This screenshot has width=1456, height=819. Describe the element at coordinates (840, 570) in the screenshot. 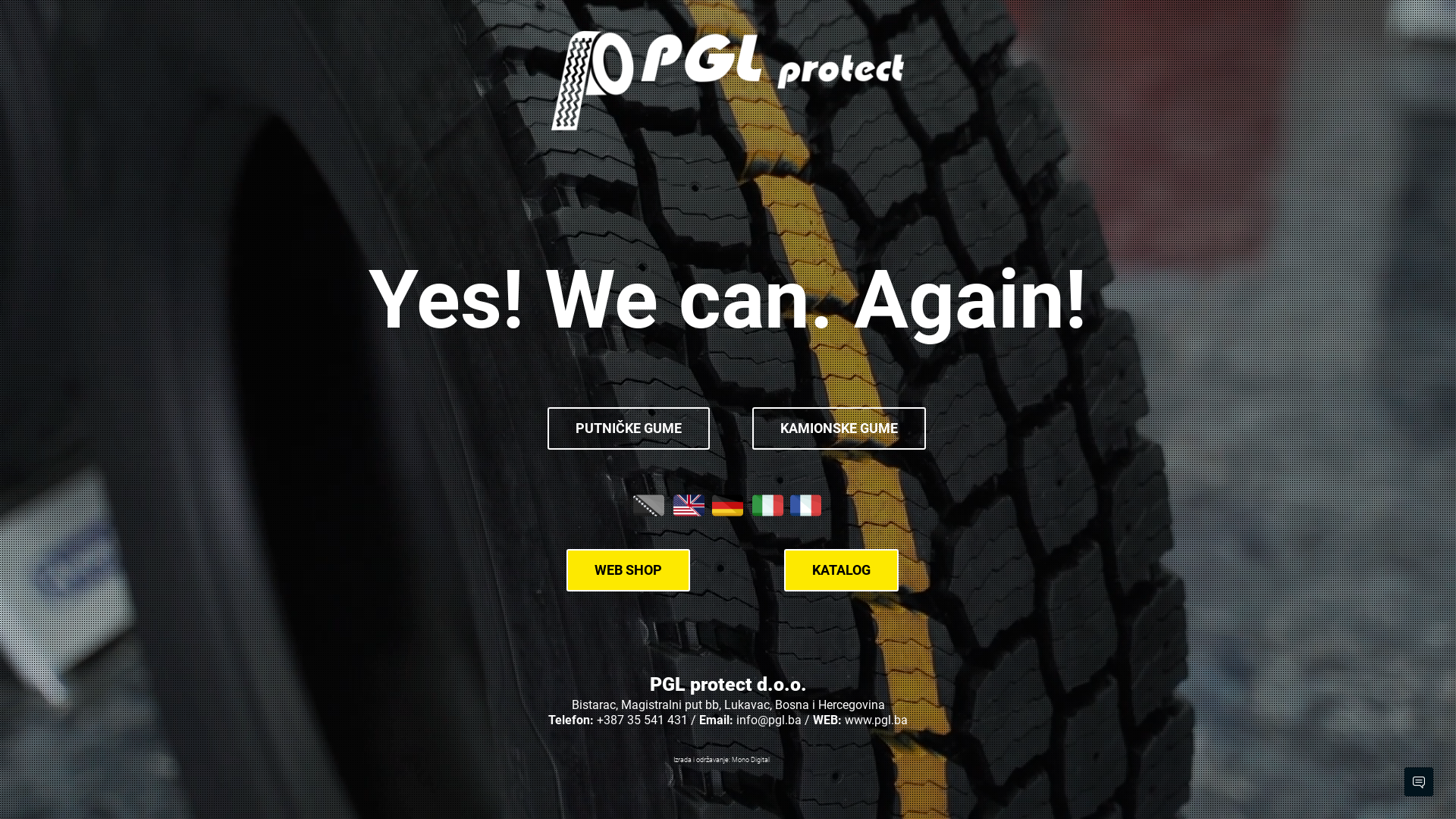

I see `'KATALOG'` at that location.